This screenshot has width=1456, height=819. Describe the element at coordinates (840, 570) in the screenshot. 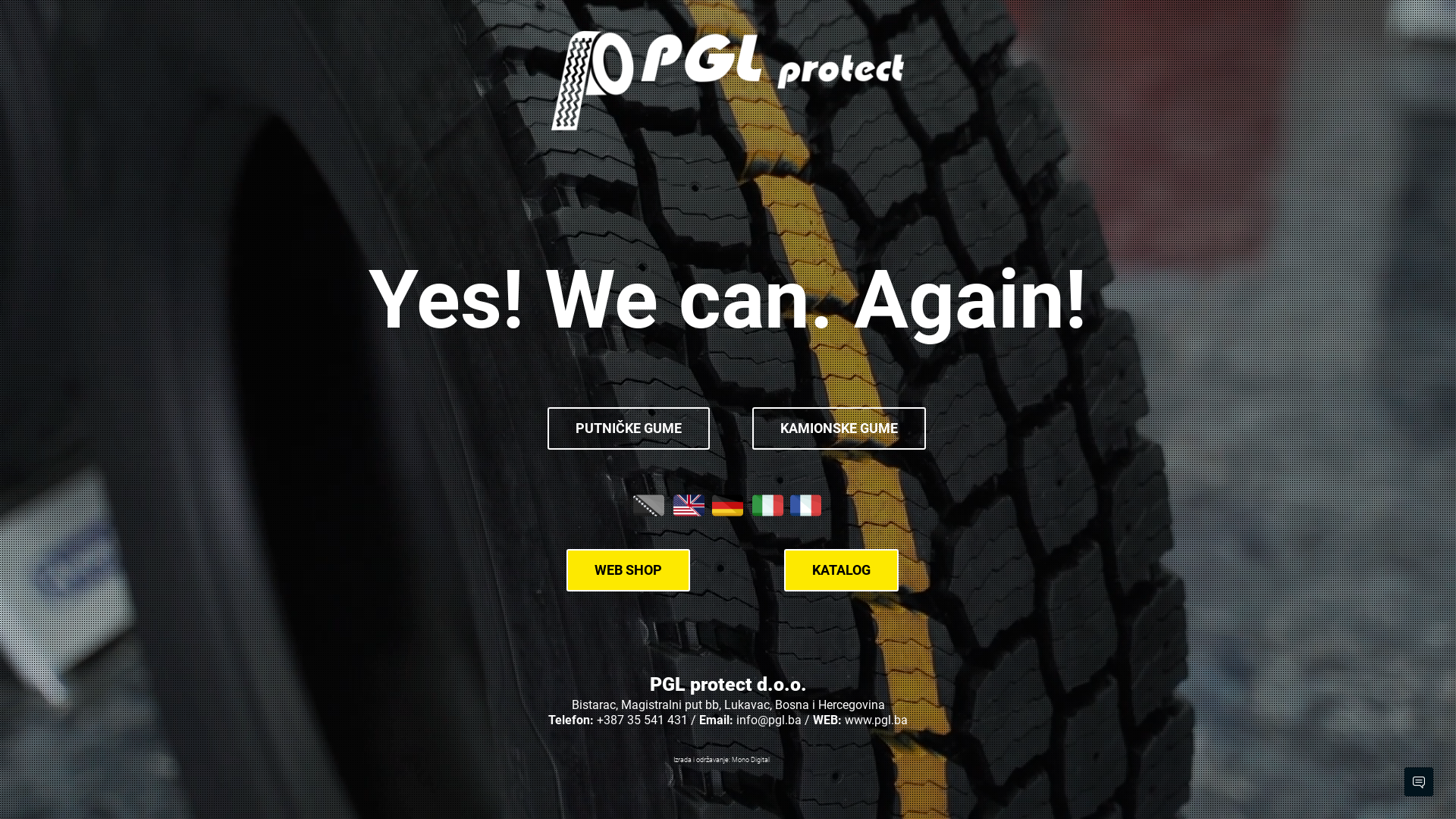

I see `'KATALOG'` at that location.